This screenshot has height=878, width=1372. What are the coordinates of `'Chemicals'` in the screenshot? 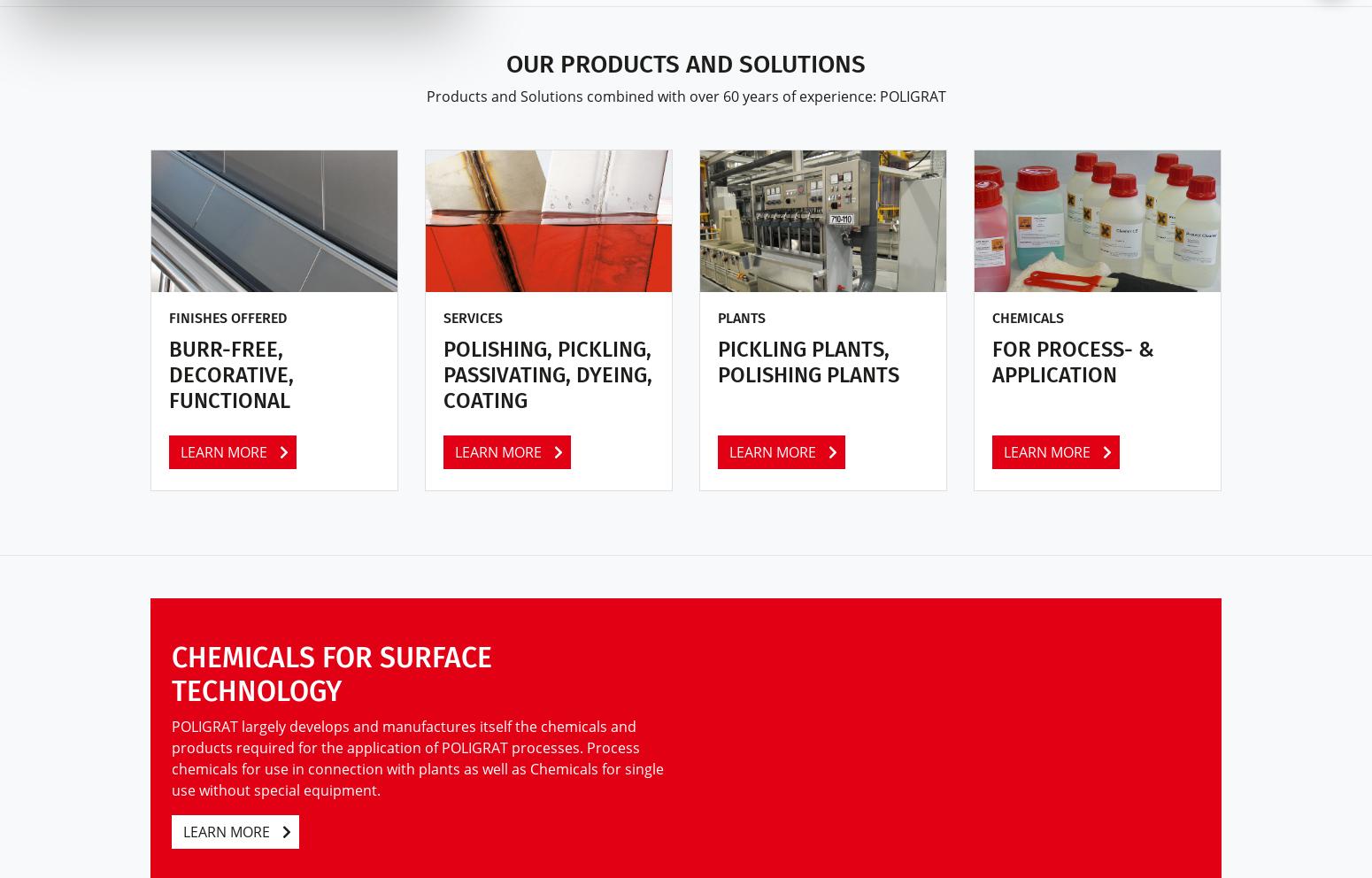 It's located at (1027, 316).